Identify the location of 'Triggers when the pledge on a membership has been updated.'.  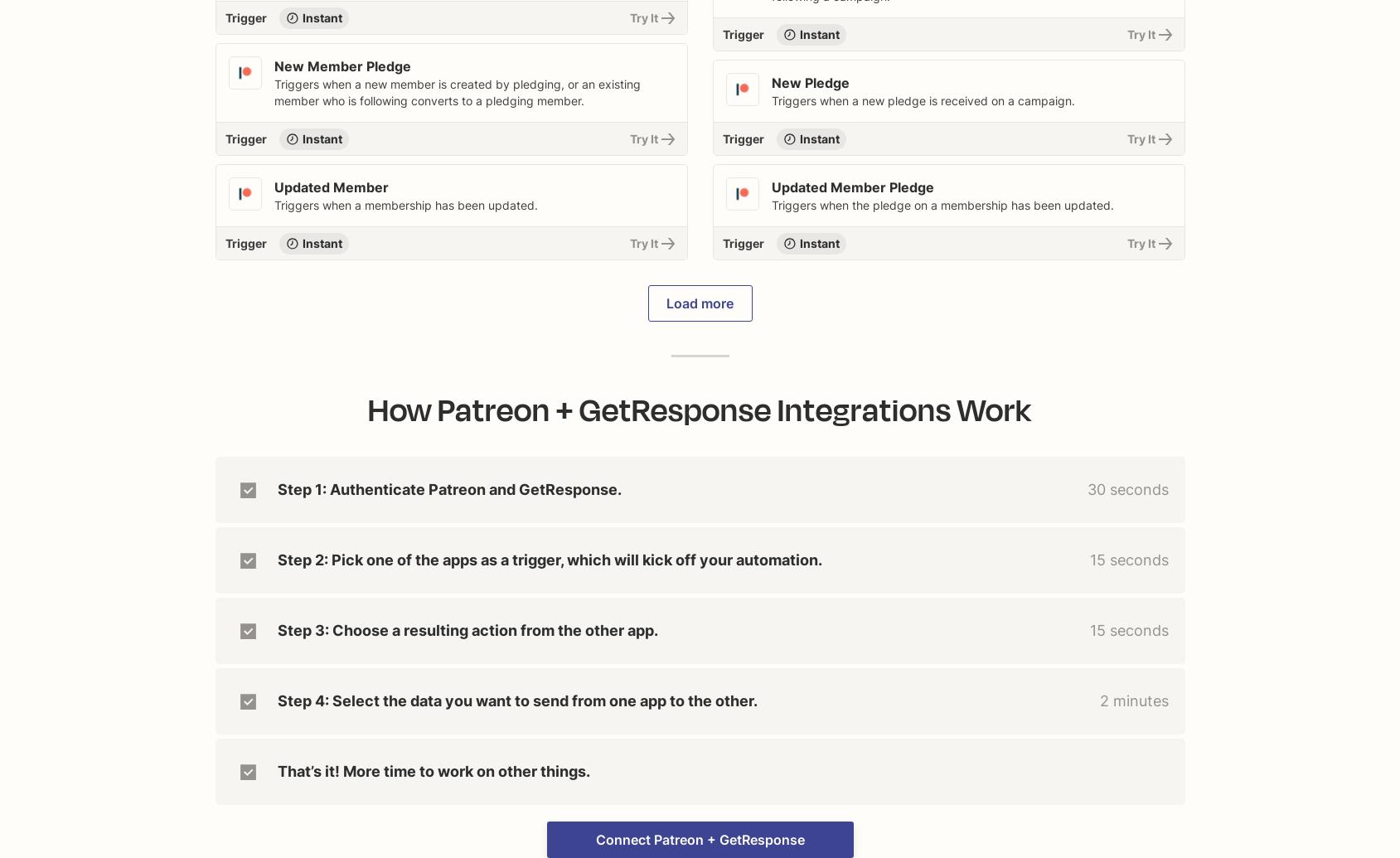
(941, 205).